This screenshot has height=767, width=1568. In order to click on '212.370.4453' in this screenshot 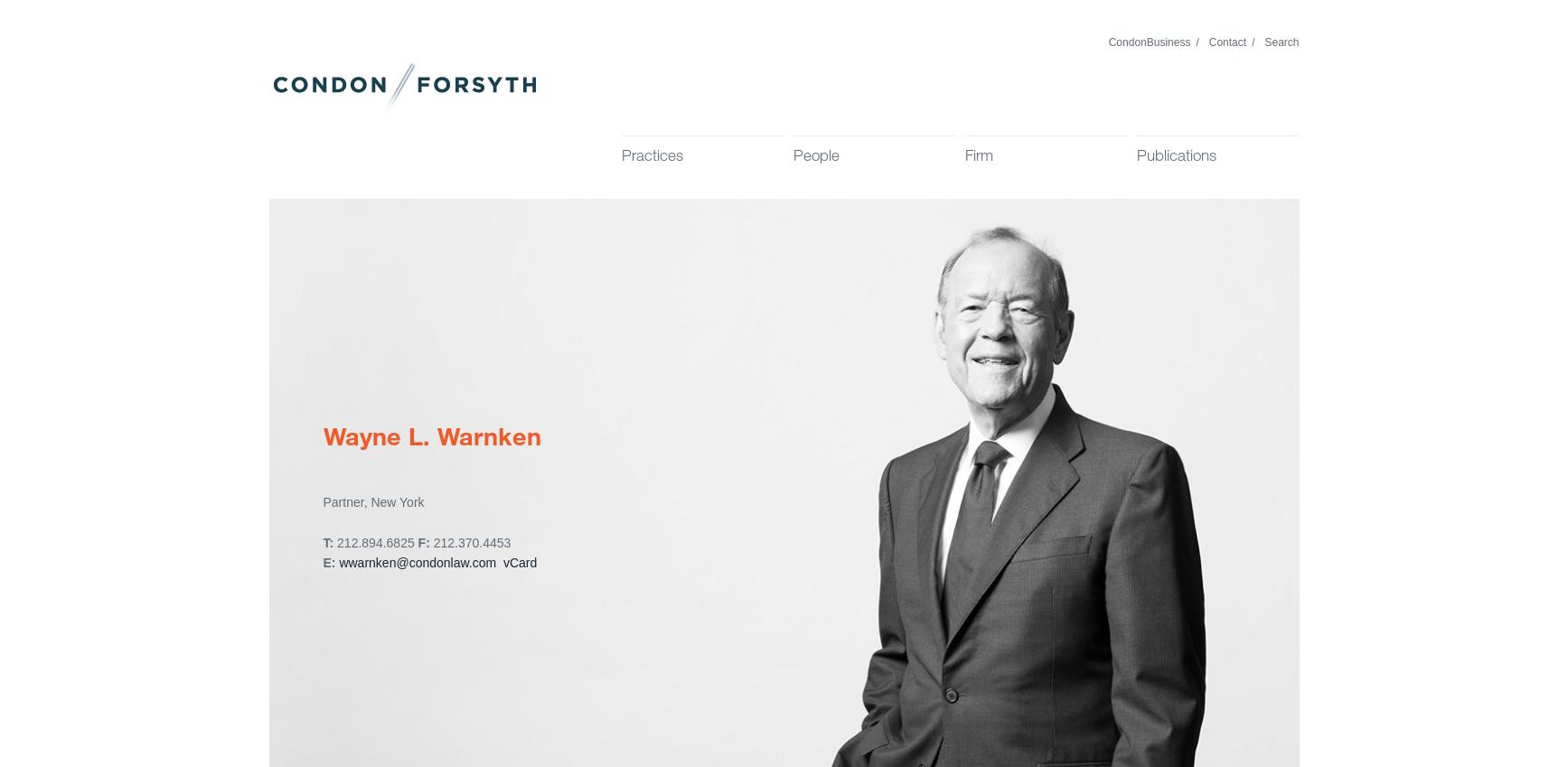, I will do `click(469, 540)`.